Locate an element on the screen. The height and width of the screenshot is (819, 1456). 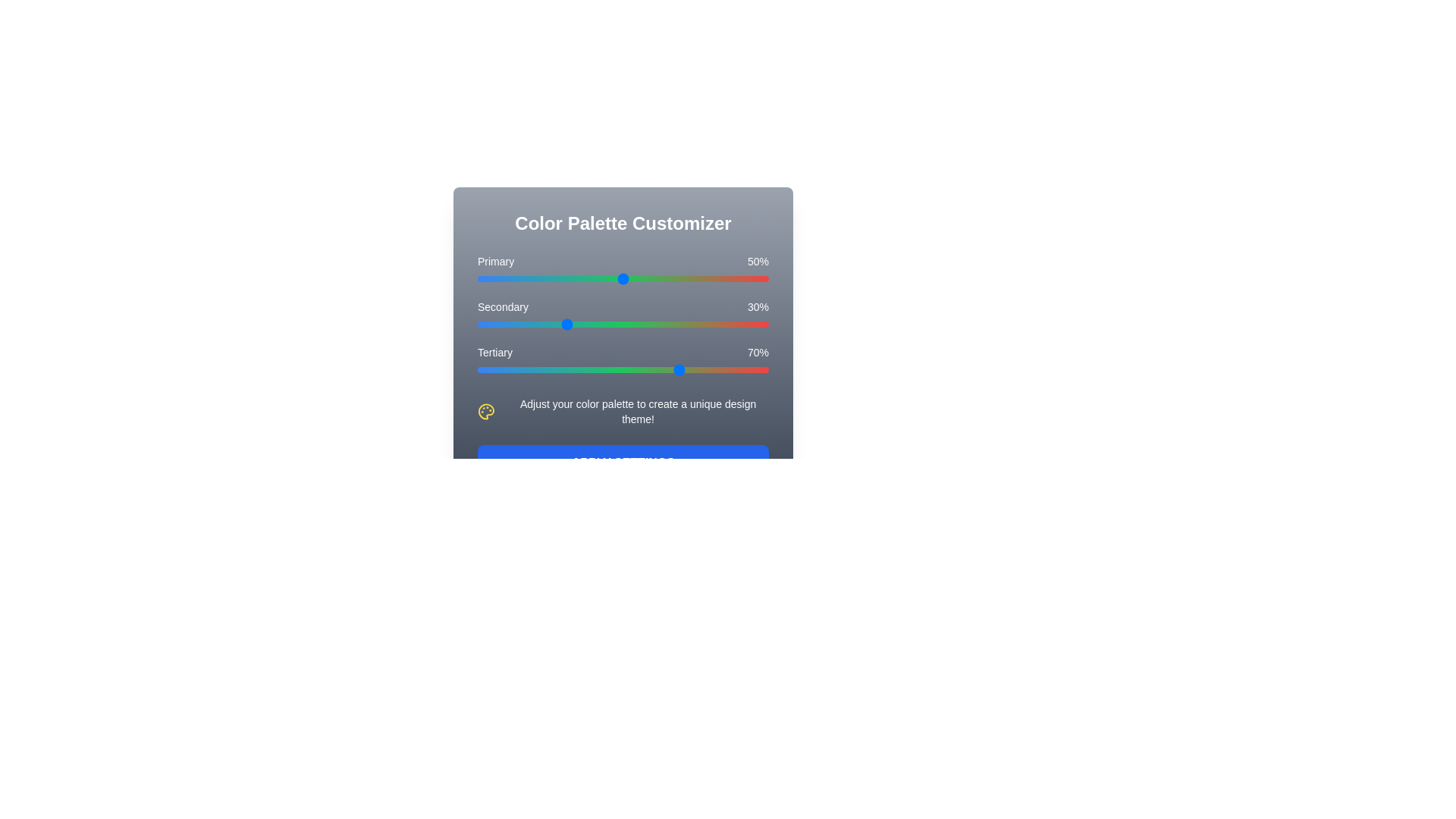
the color palette graphic icon located to the left of the descriptive text 'Adjust your color palette to create a unique design theme!' is located at coordinates (486, 412).